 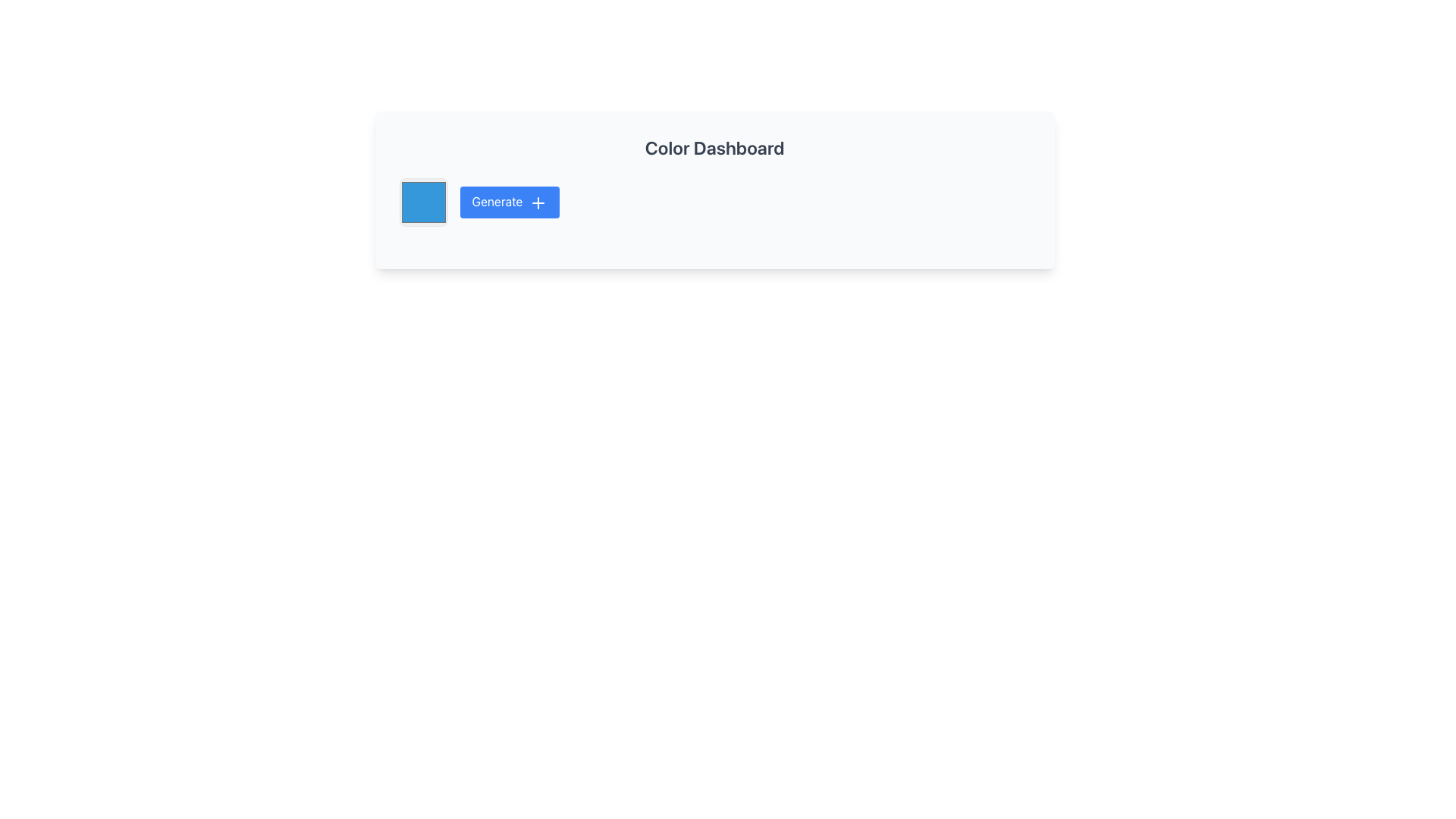 What do you see at coordinates (538, 202) in the screenshot?
I see `the icon located to the right of the 'Generate' text within the 'Generate' button` at bounding box center [538, 202].